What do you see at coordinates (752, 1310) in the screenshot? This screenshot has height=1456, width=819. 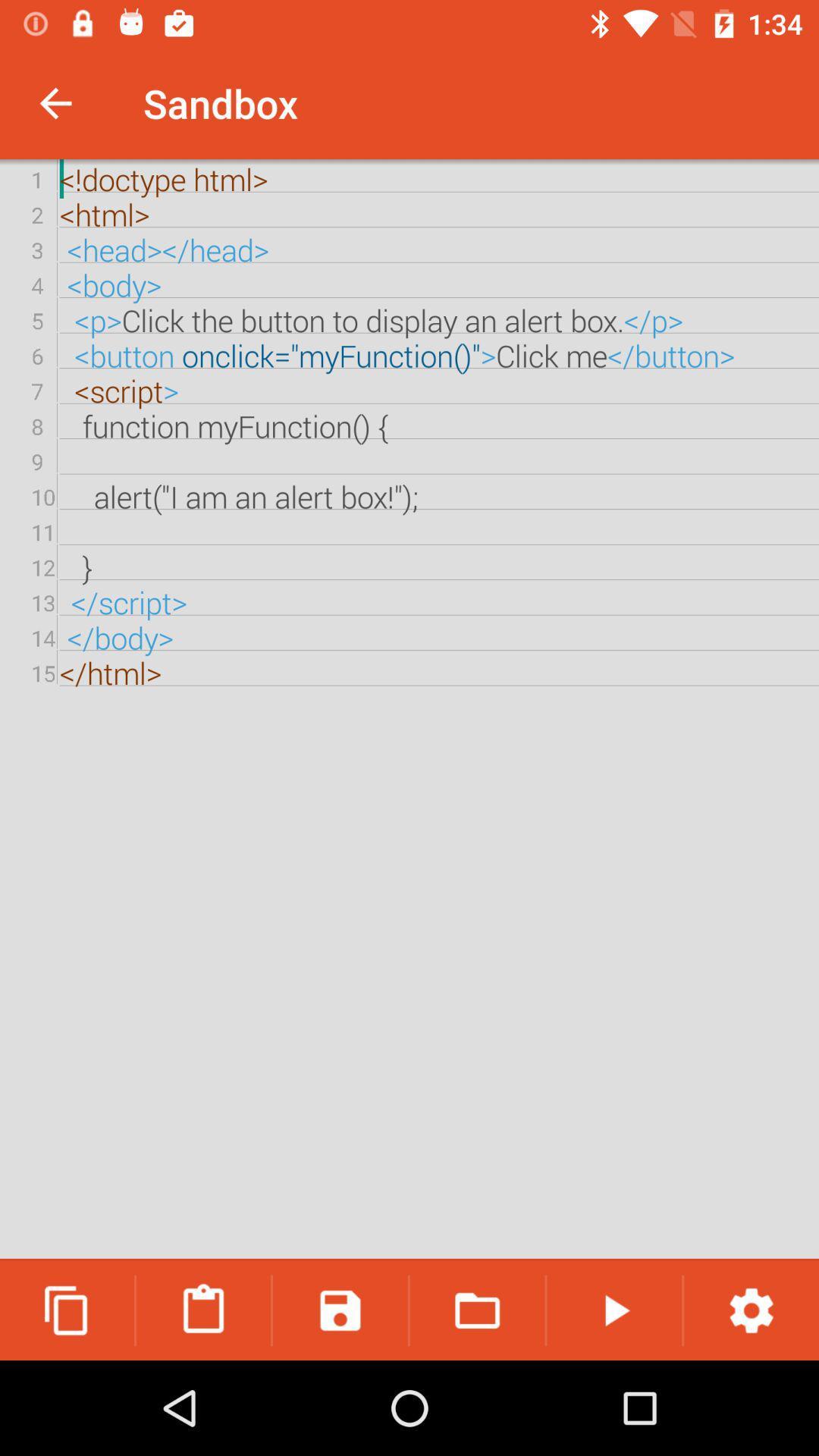 I see `icon below the doctype html html item` at bounding box center [752, 1310].